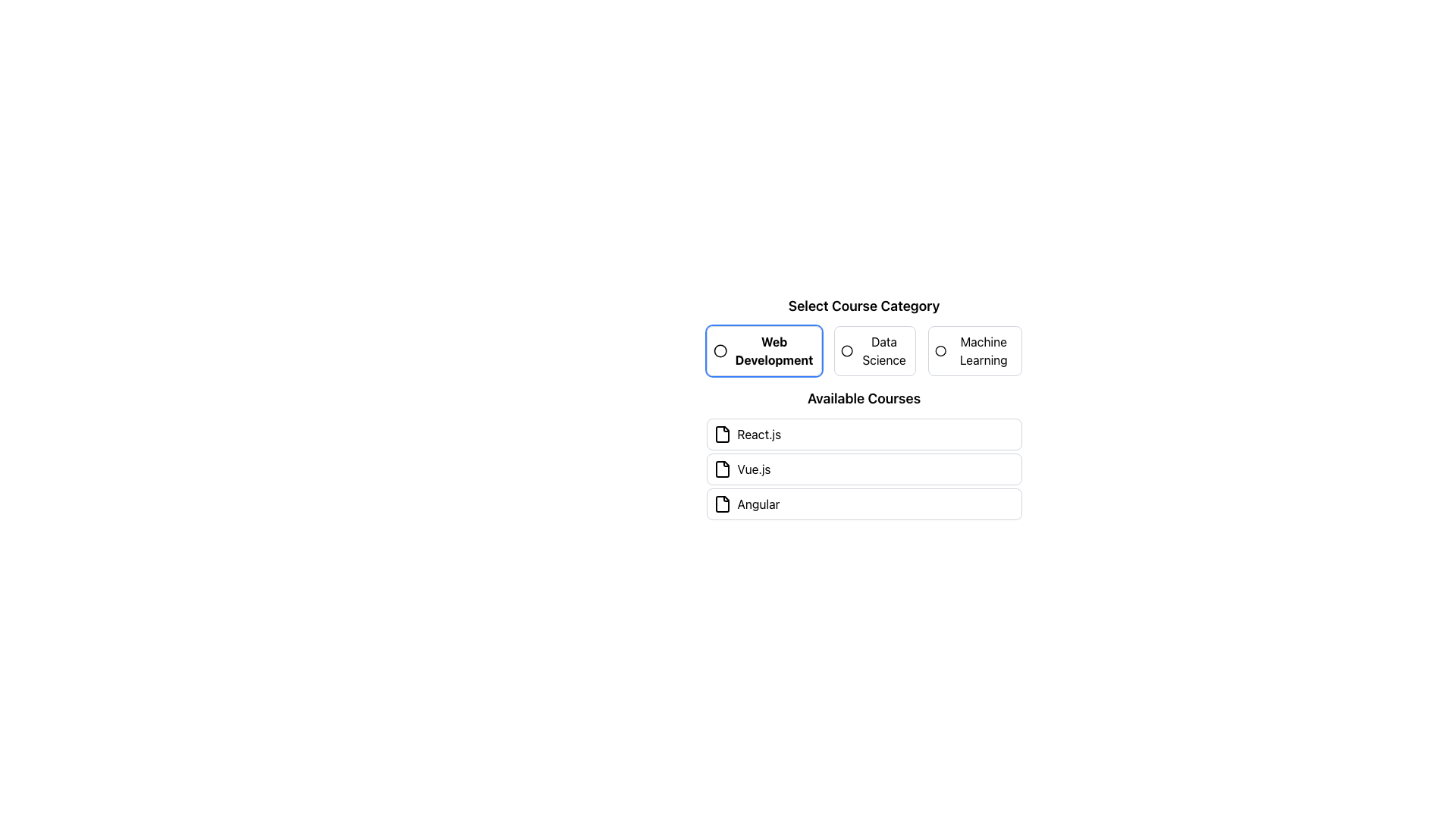 The height and width of the screenshot is (819, 1456). Describe the element at coordinates (864, 350) in the screenshot. I see `the radio button labeled 'Data Science' in the Radio button group under the heading 'Select Course Category'` at that location.